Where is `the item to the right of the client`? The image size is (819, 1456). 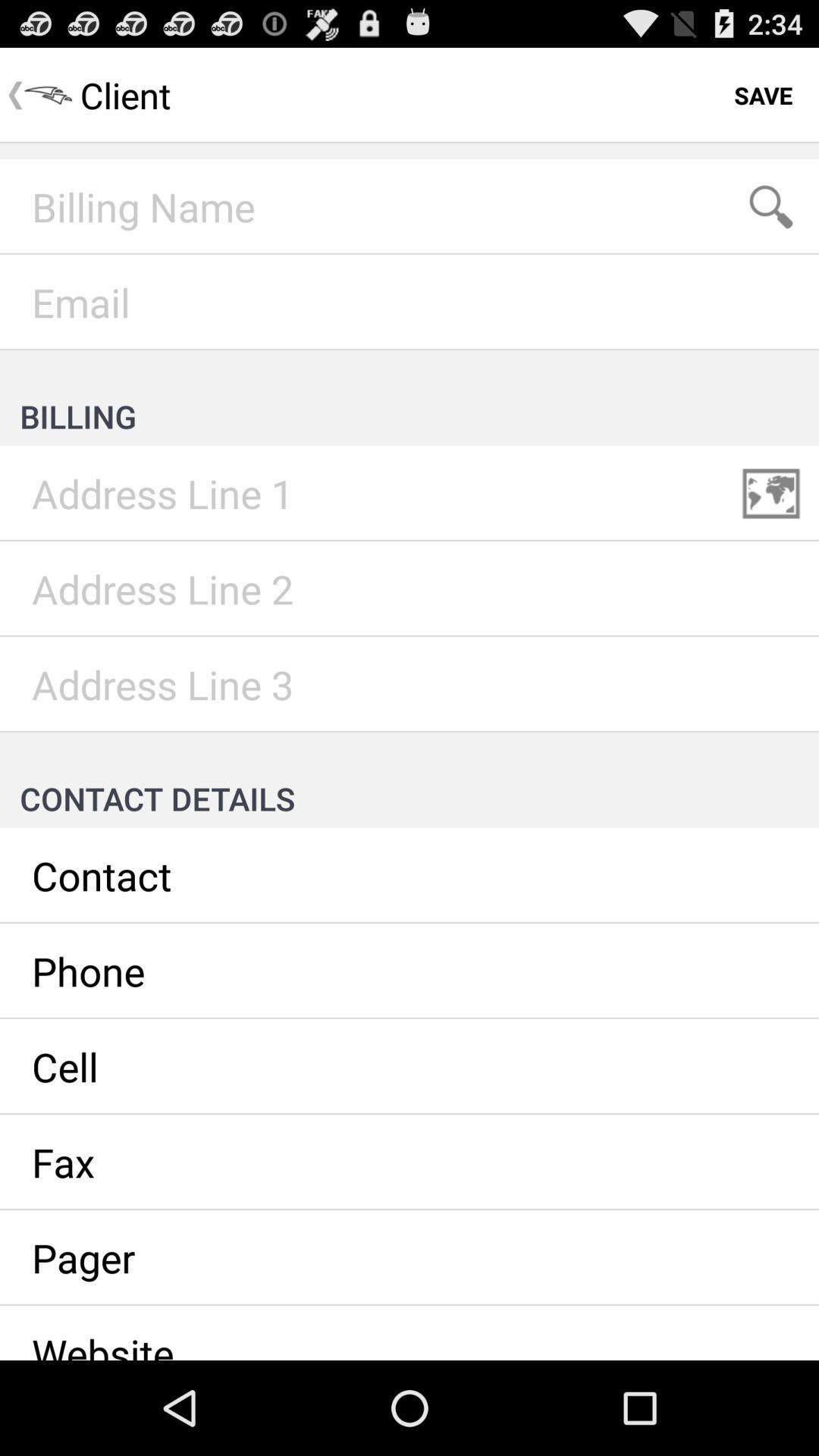
the item to the right of the client is located at coordinates (763, 94).